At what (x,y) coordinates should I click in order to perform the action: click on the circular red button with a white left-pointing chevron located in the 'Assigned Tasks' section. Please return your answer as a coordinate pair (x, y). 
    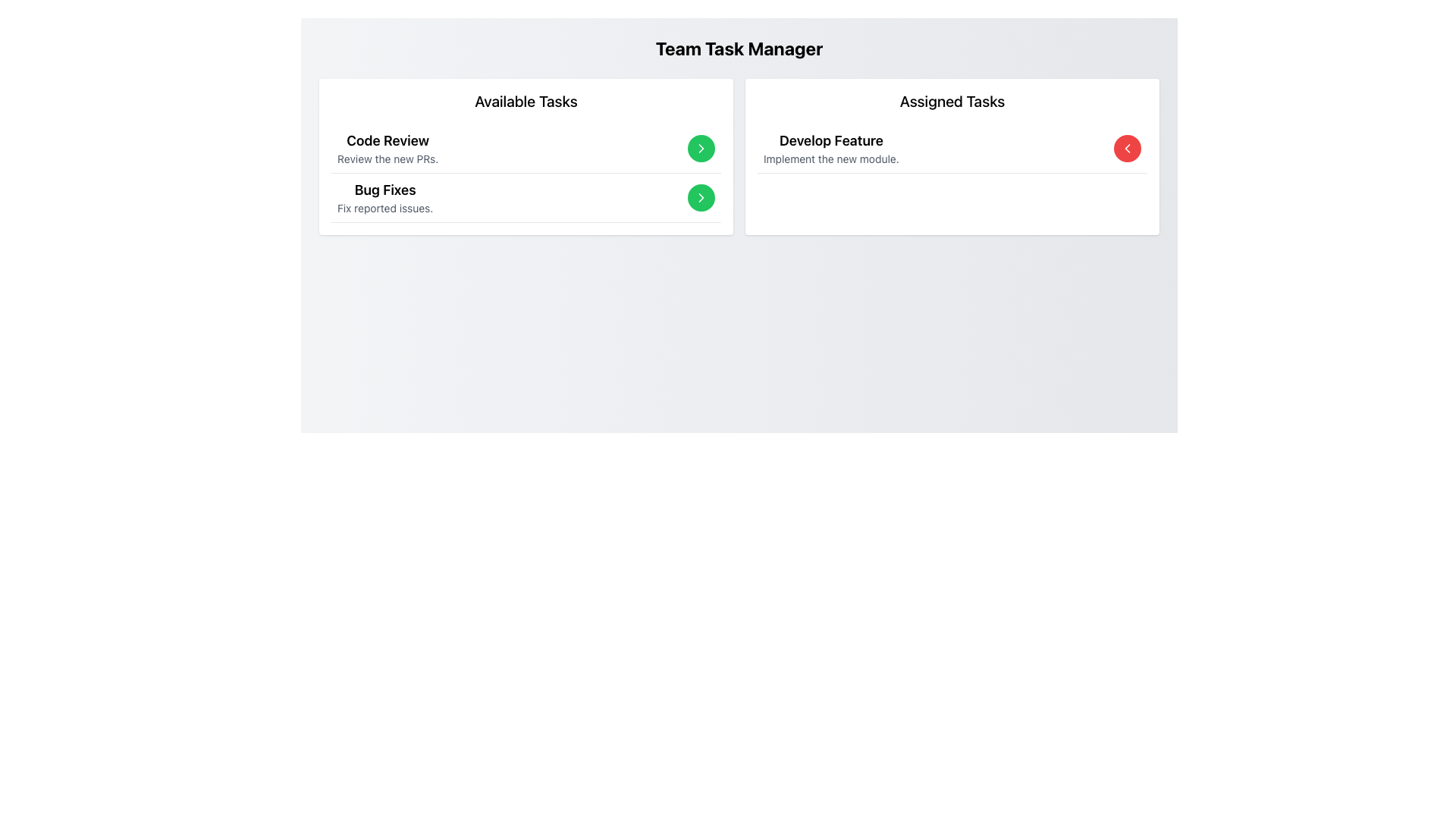
    Looking at the image, I should click on (1128, 149).